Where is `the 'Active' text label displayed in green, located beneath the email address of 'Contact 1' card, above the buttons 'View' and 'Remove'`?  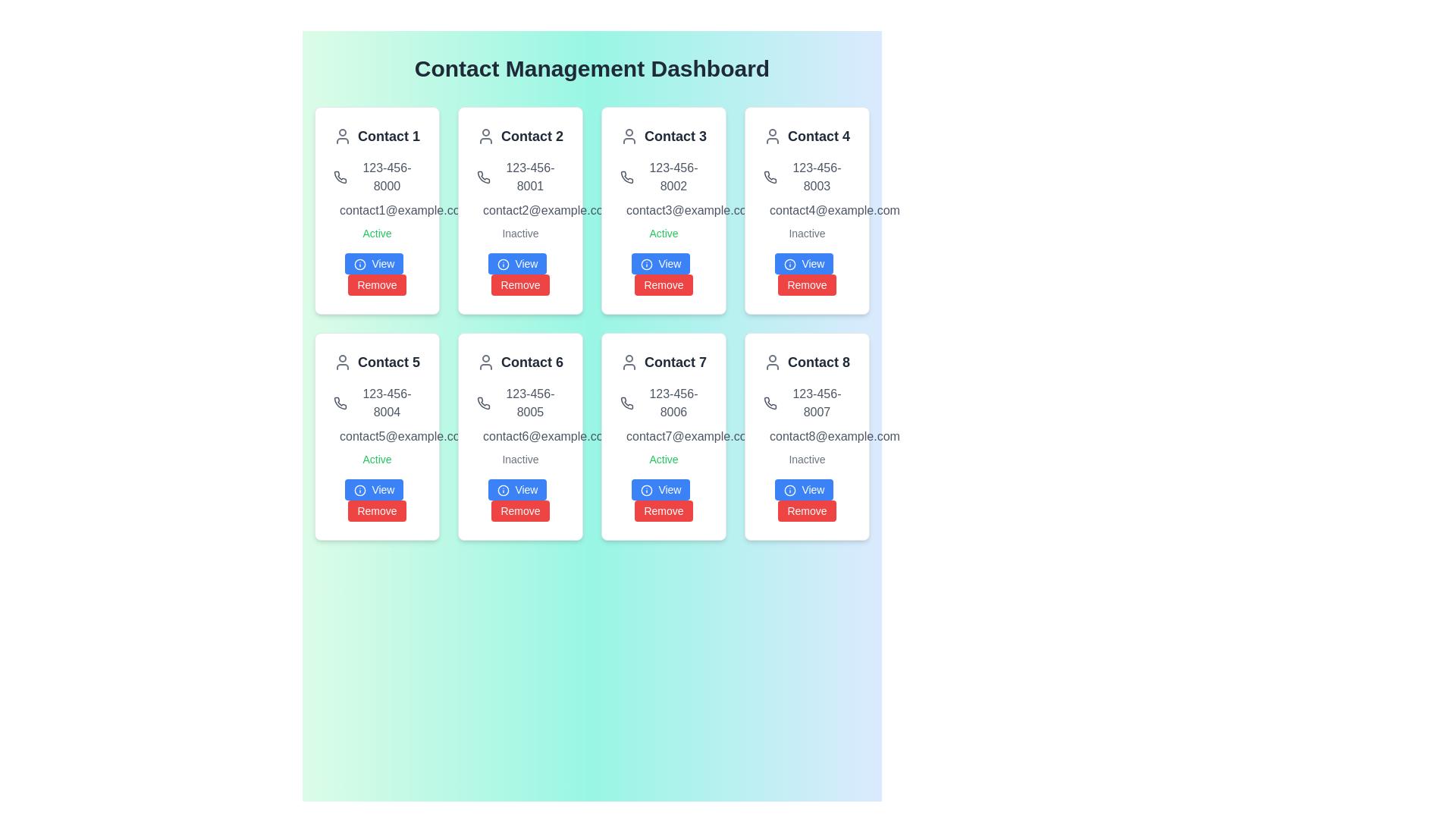
the 'Active' text label displayed in green, located beneath the email address of 'Contact 1' card, above the buttons 'View' and 'Remove' is located at coordinates (377, 234).